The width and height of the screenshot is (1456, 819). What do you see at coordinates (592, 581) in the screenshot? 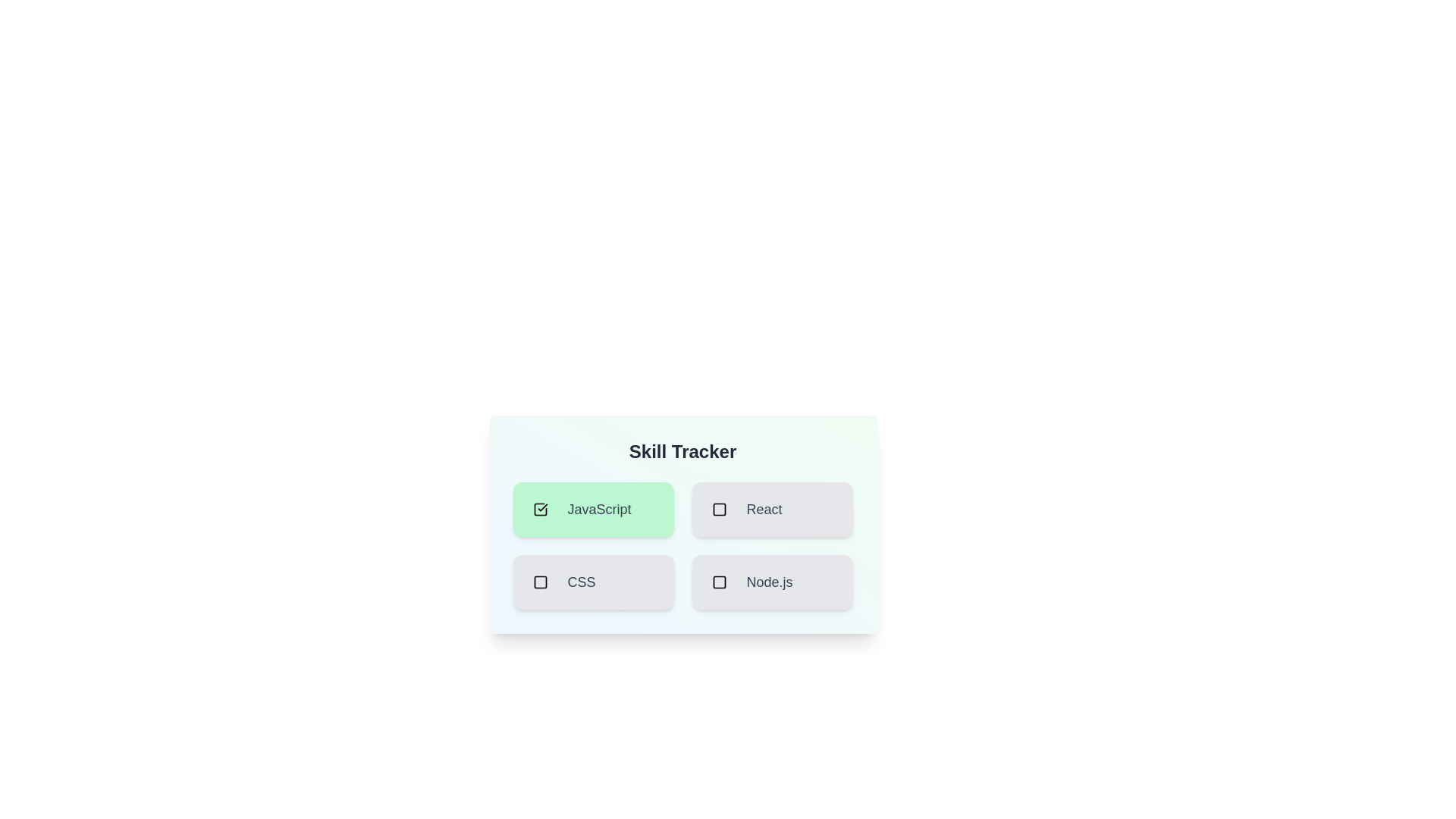
I see `the skill card labeled CSS to toggle its selection state` at bounding box center [592, 581].